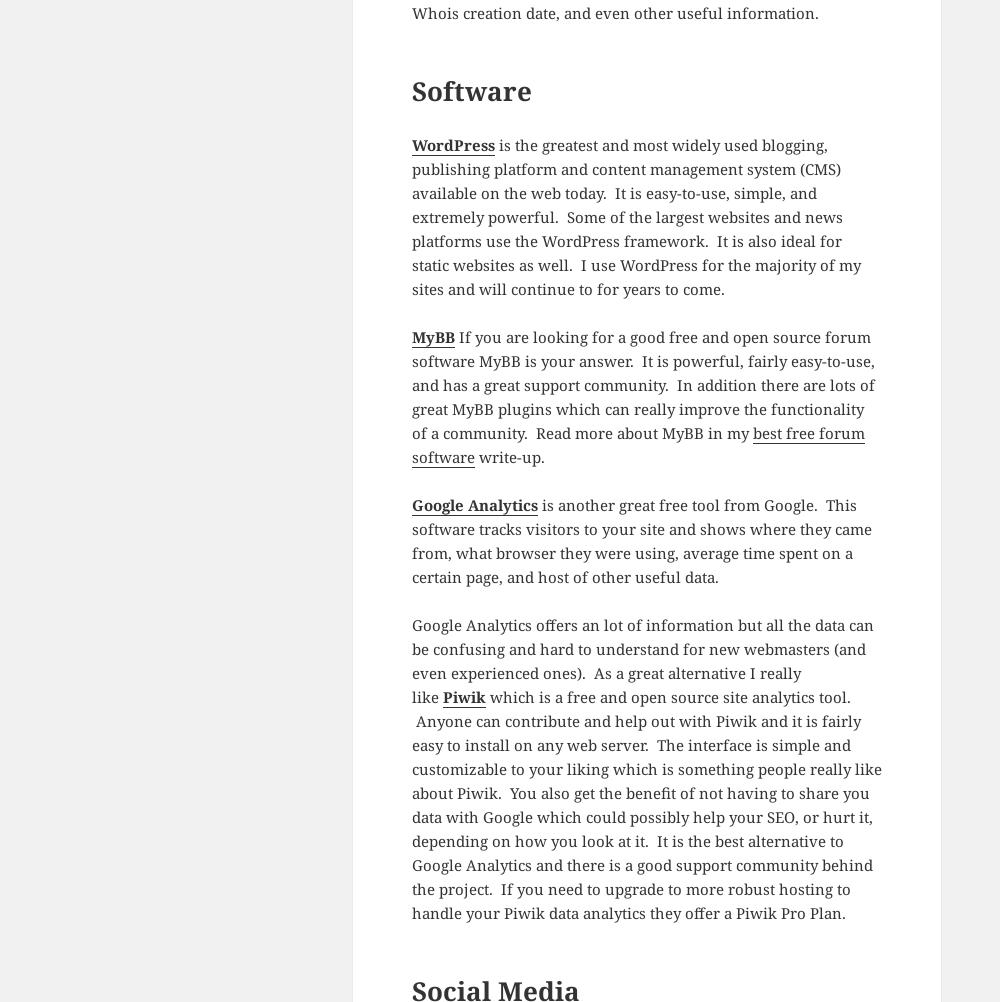  Describe the element at coordinates (470, 89) in the screenshot. I see `'Software'` at that location.